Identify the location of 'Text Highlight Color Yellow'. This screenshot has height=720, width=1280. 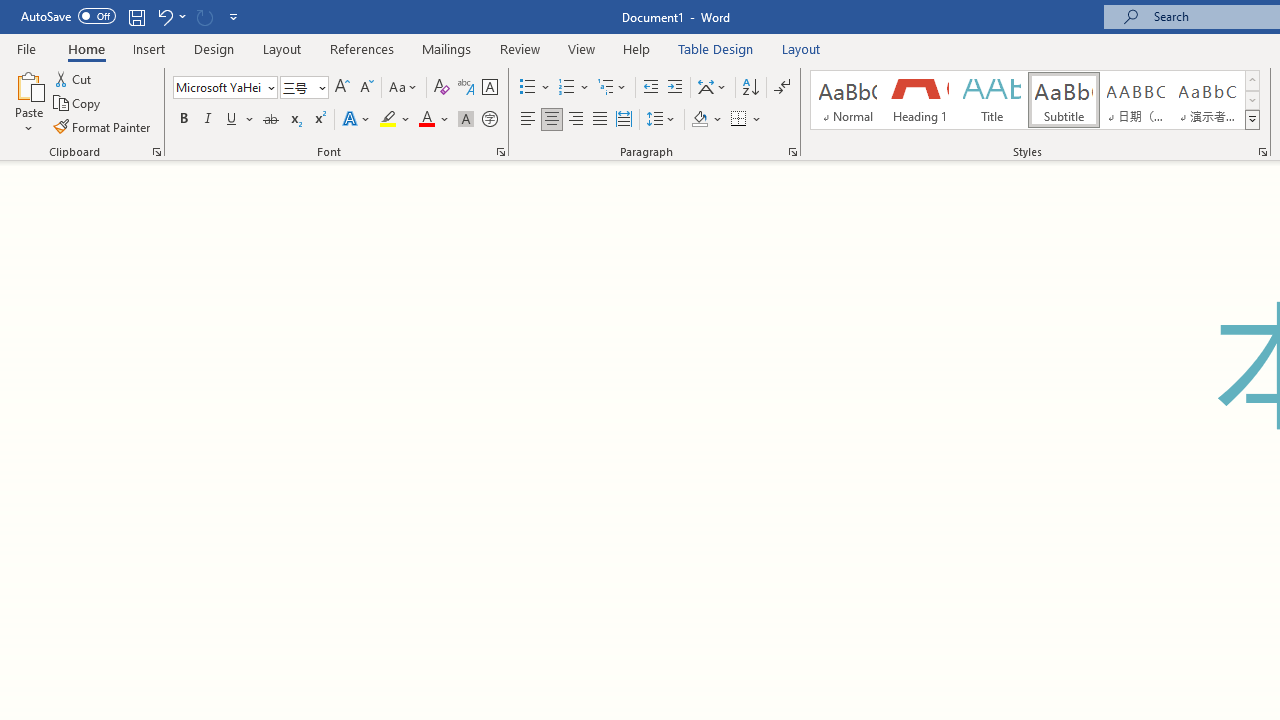
(388, 119).